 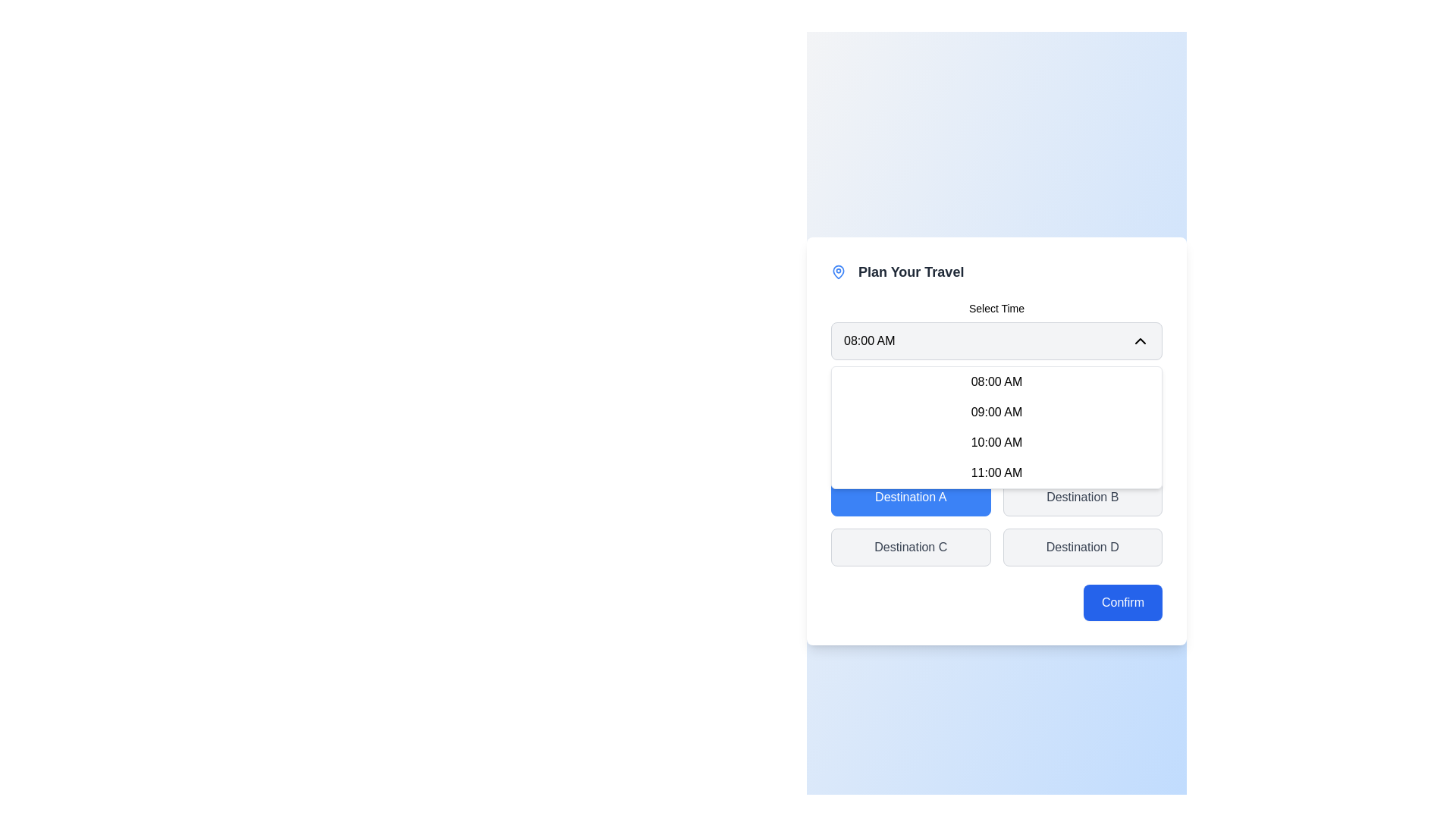 What do you see at coordinates (996, 433) in the screenshot?
I see `the Dropdown list item displaying '10:00 AM' within the 'Select Time' section of the 'Plan Your Travel' interface` at bounding box center [996, 433].